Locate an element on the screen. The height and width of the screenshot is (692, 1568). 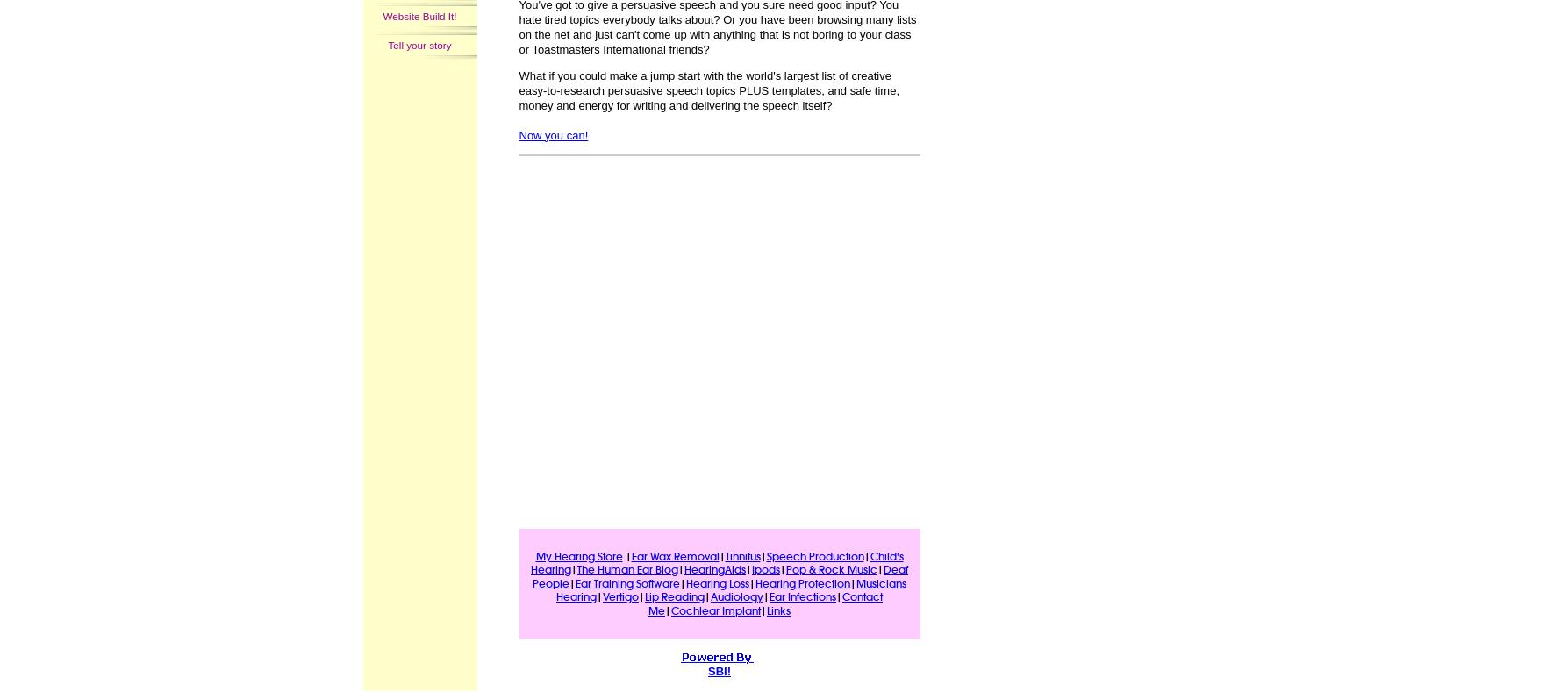
'Hearing Protection' is located at coordinates (801, 581).